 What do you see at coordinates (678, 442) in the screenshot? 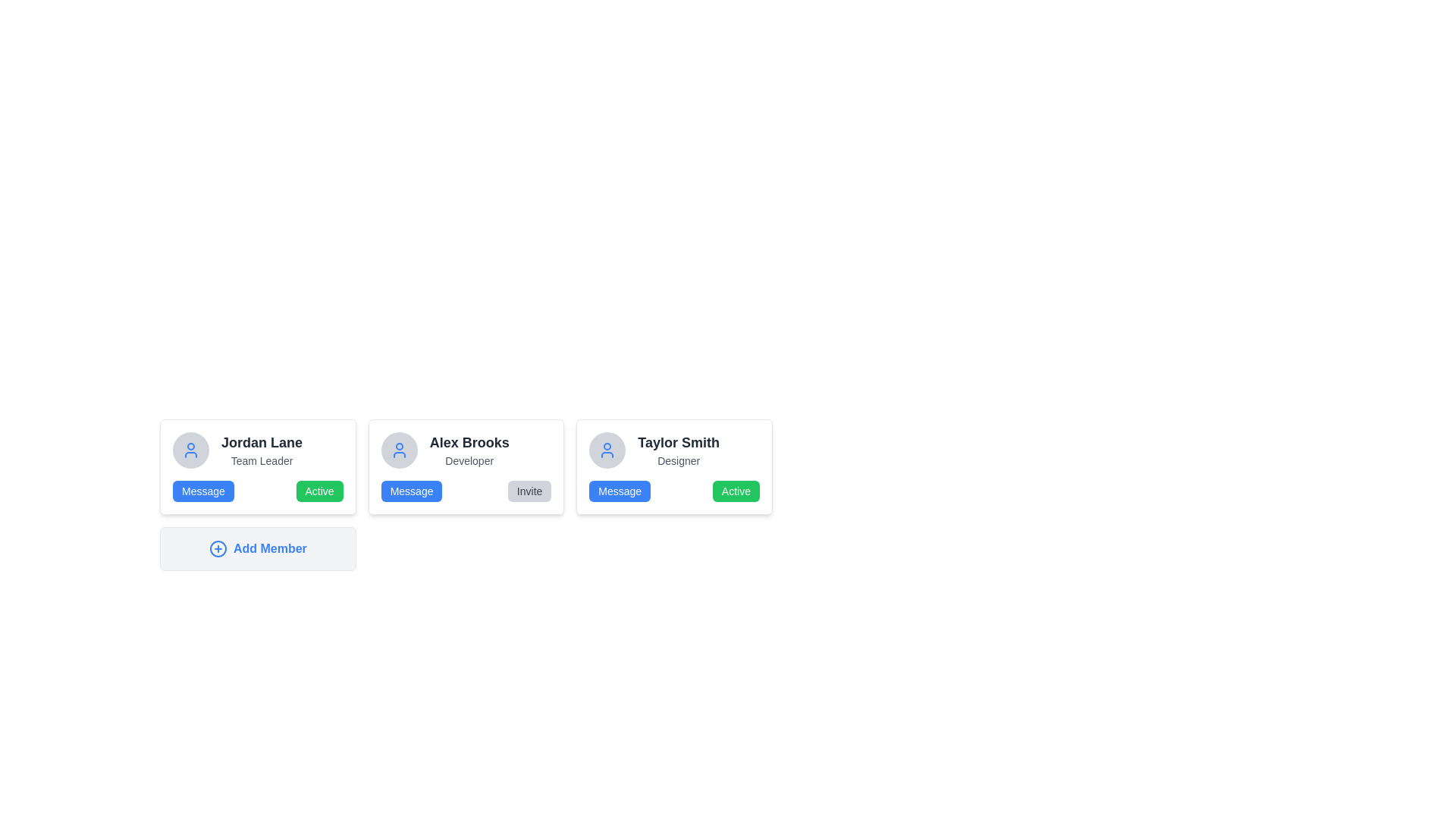
I see `the Text label displaying 'Taylor Smith', which indicates the identity of the associated user, located in the rightmost user card above the 'Designer' role text` at bounding box center [678, 442].